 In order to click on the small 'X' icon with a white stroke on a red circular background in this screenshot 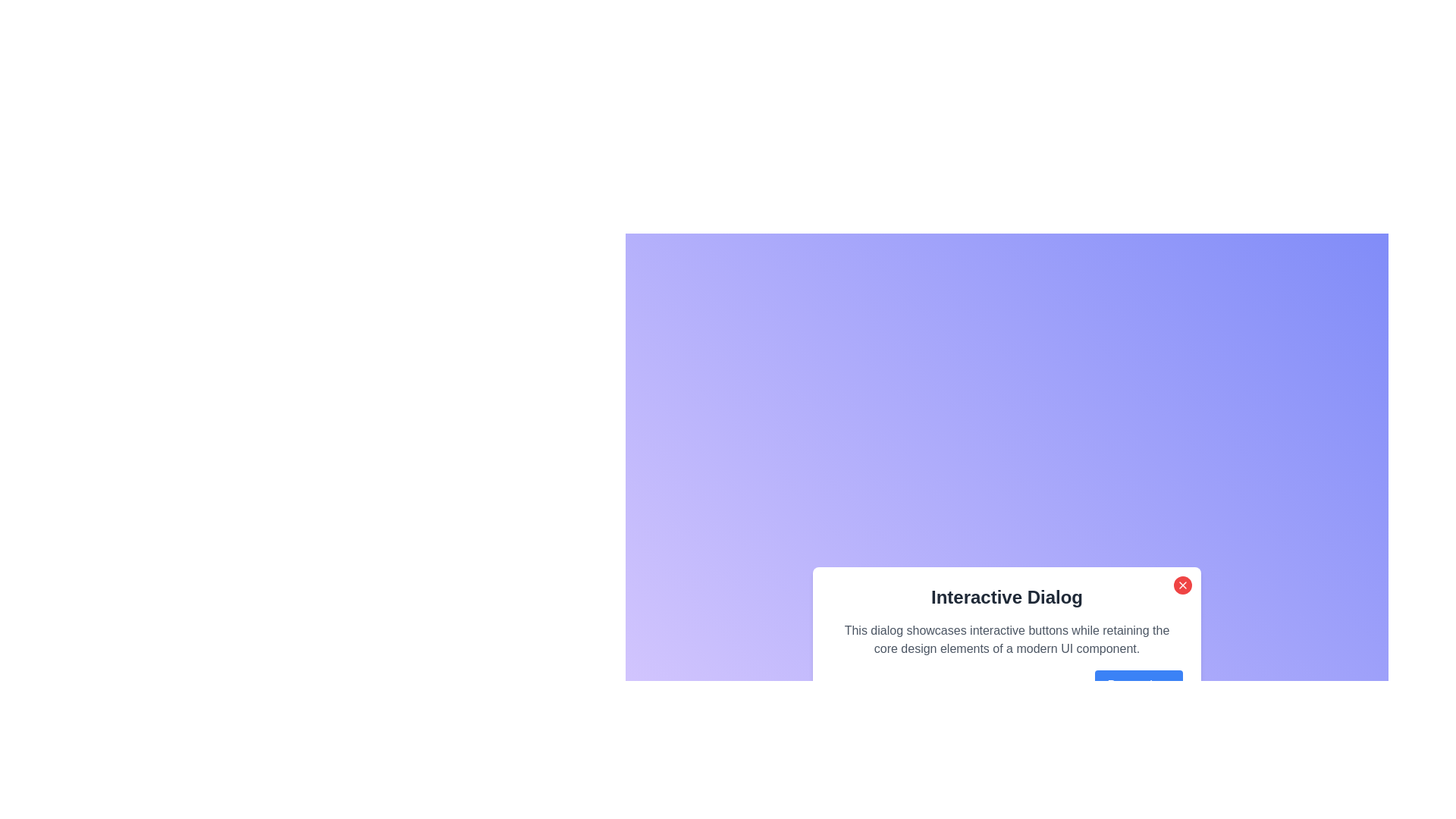, I will do `click(1182, 584)`.